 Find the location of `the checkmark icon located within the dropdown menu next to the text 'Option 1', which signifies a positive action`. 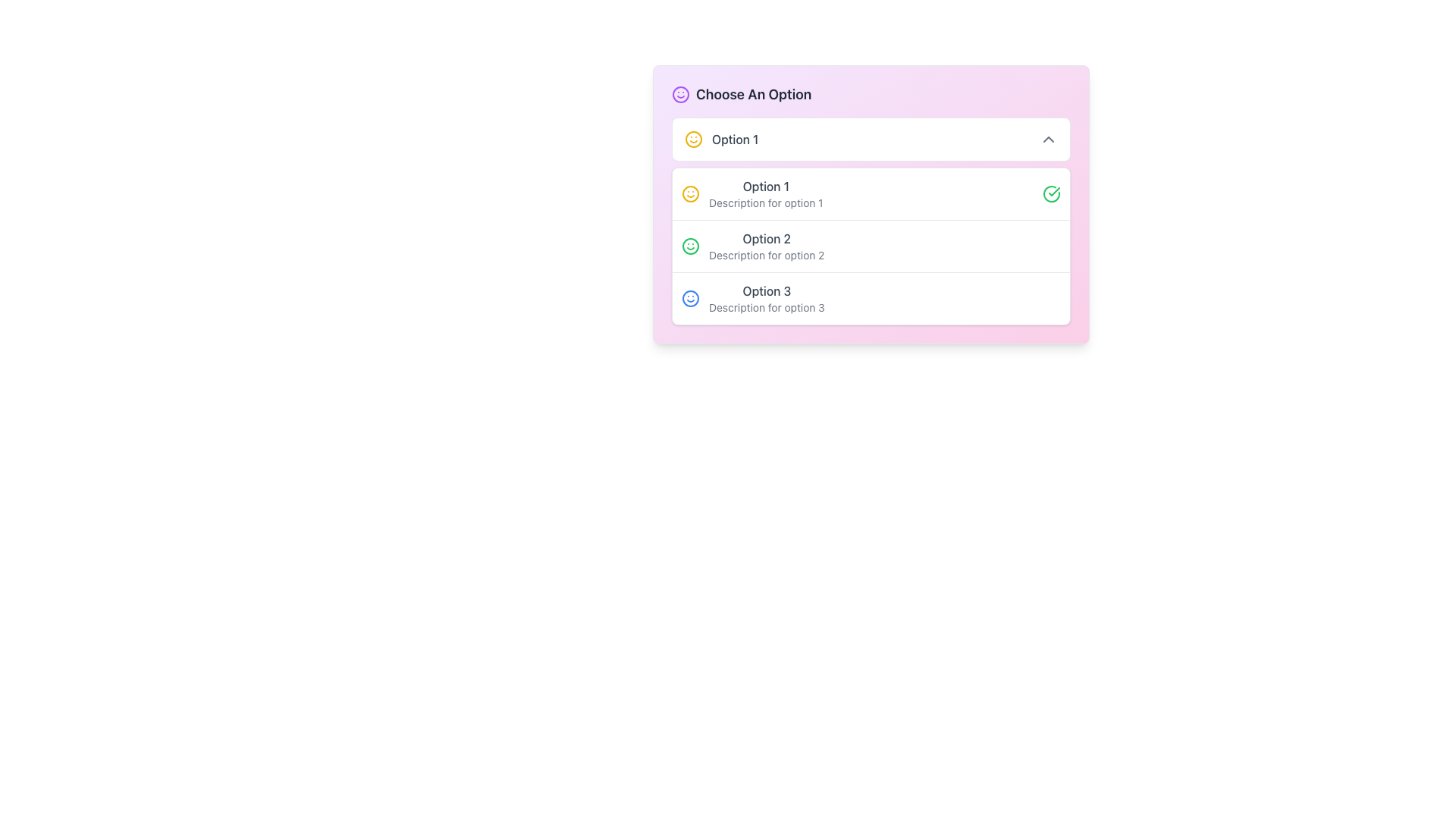

the checkmark icon located within the dropdown menu next to the text 'Option 1', which signifies a positive action is located at coordinates (1053, 191).